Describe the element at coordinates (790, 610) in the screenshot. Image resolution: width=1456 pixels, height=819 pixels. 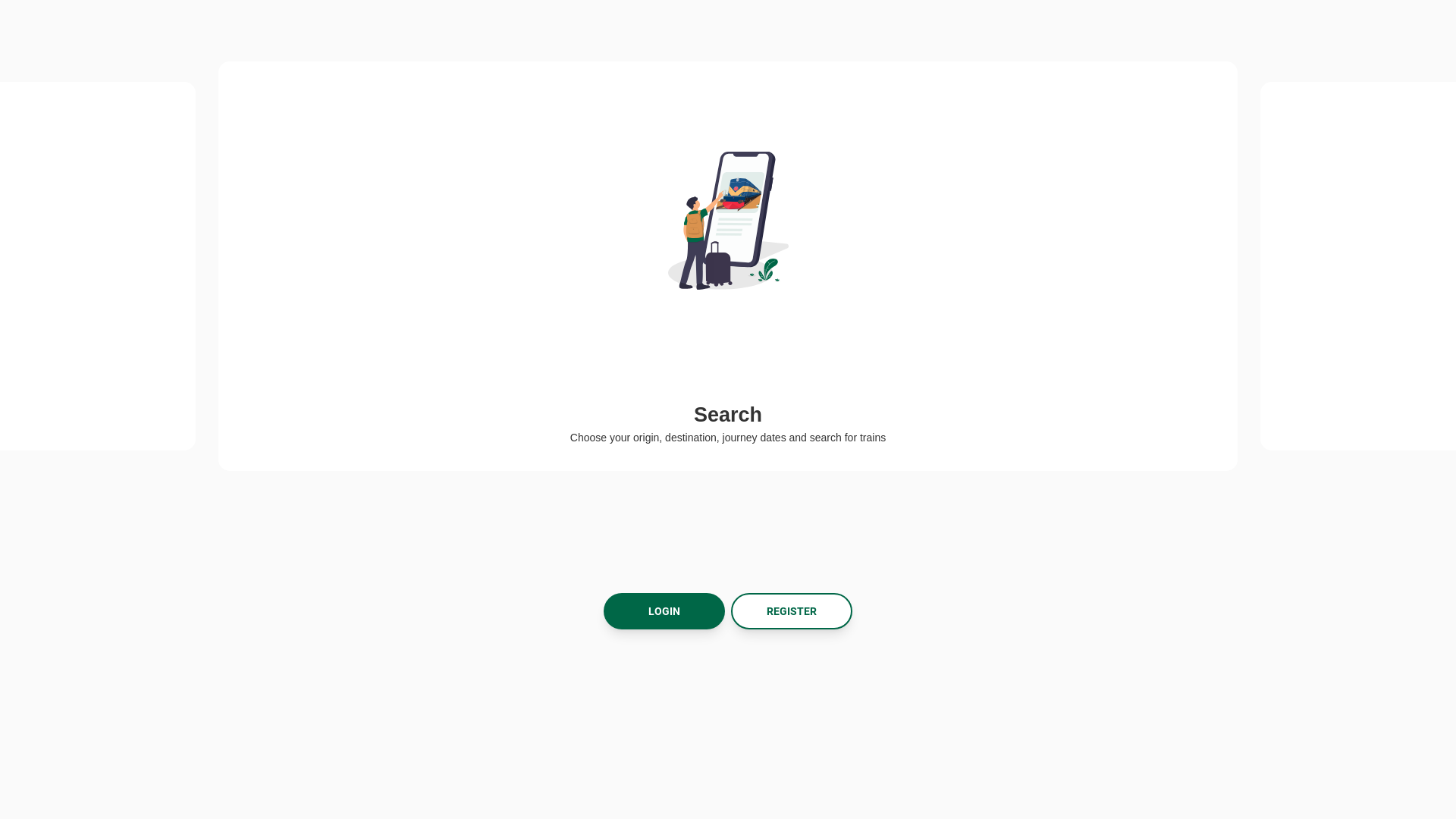
I see `'REGISTER'` at that location.